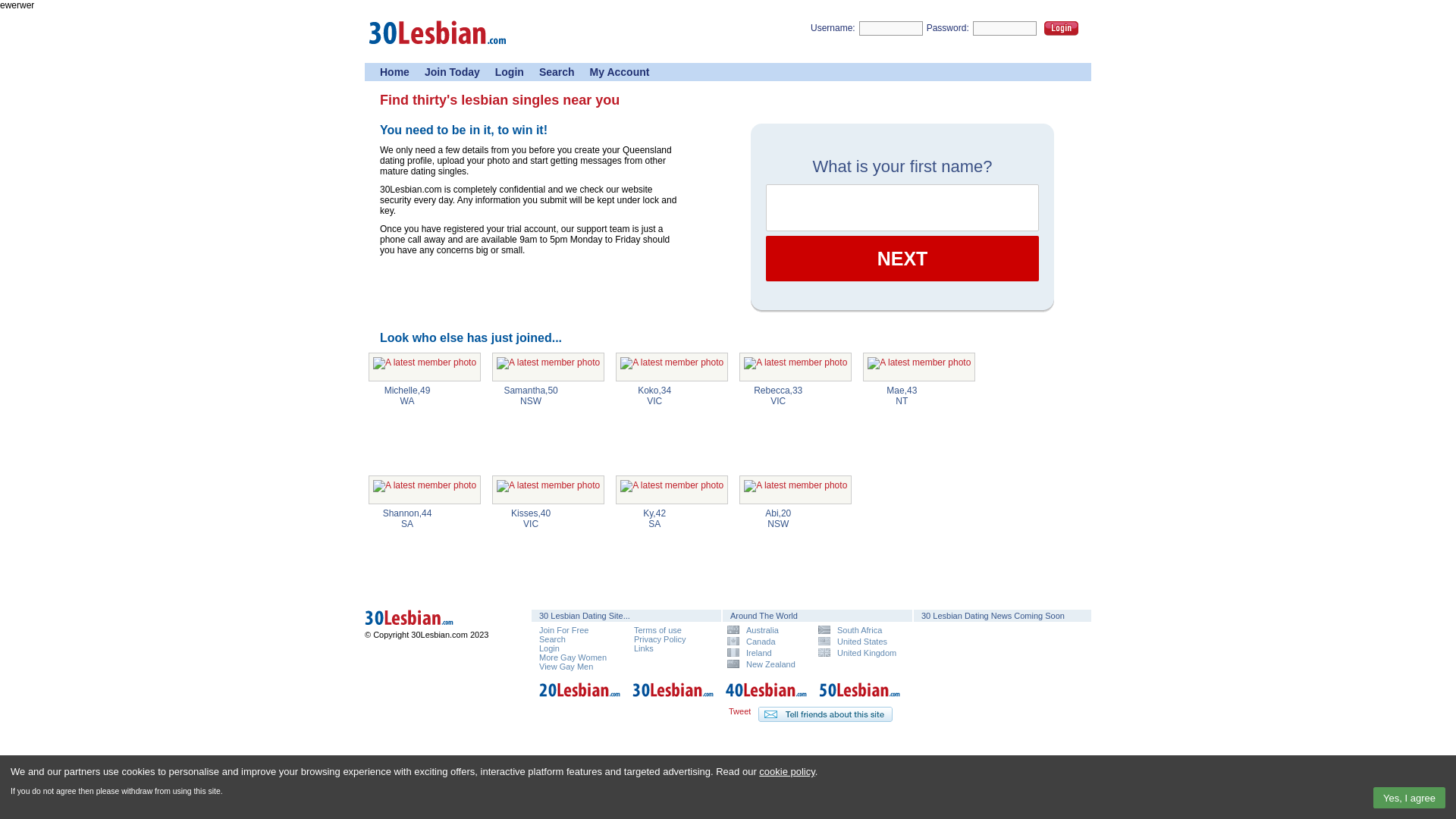 This screenshot has width=1456, height=819. Describe the element at coordinates (425, 366) in the screenshot. I see `'Michelle, 49 from Perth St Georges Tce, WA'` at that location.